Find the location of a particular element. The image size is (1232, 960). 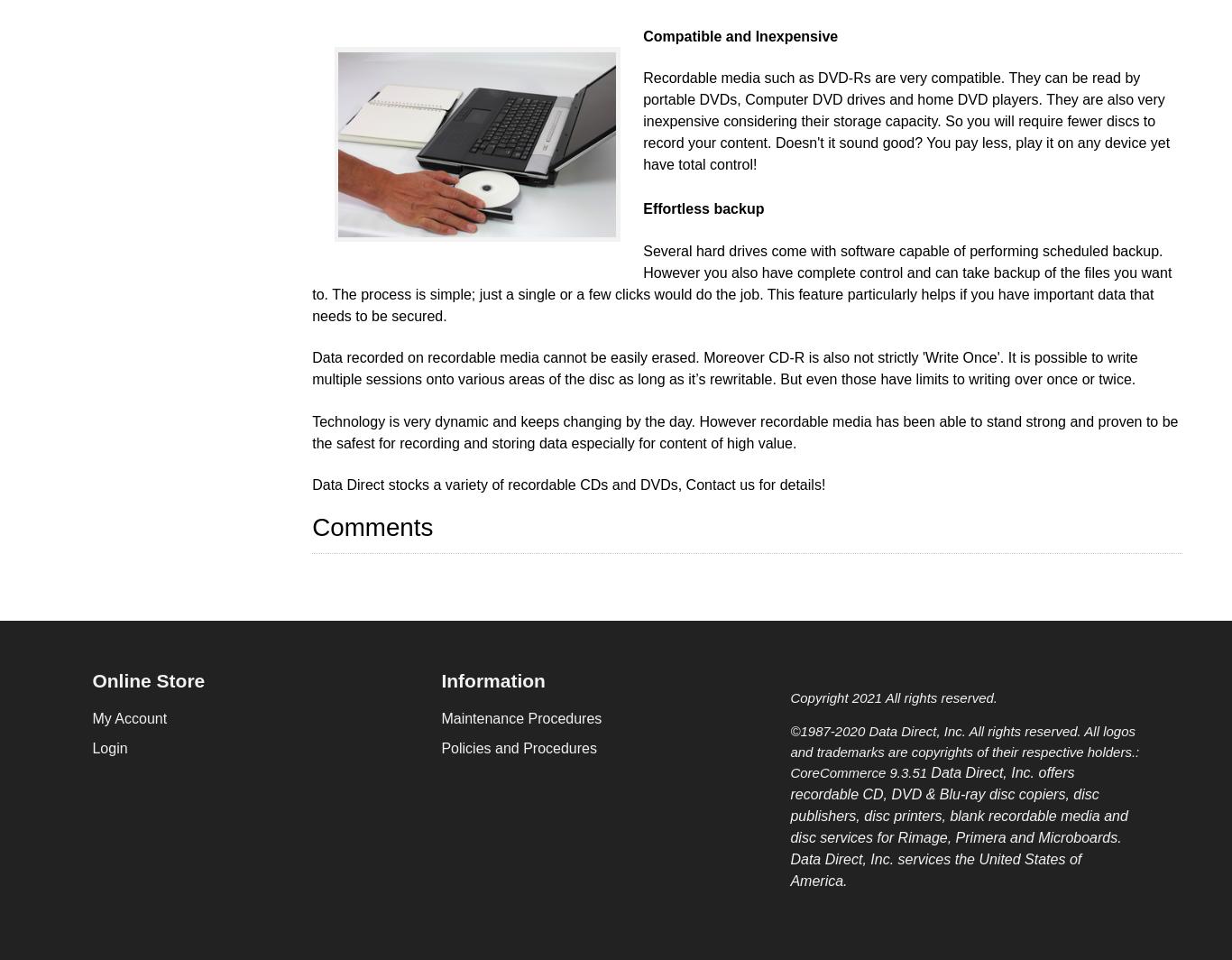

'Maintenance Procedures' is located at coordinates (519, 718).